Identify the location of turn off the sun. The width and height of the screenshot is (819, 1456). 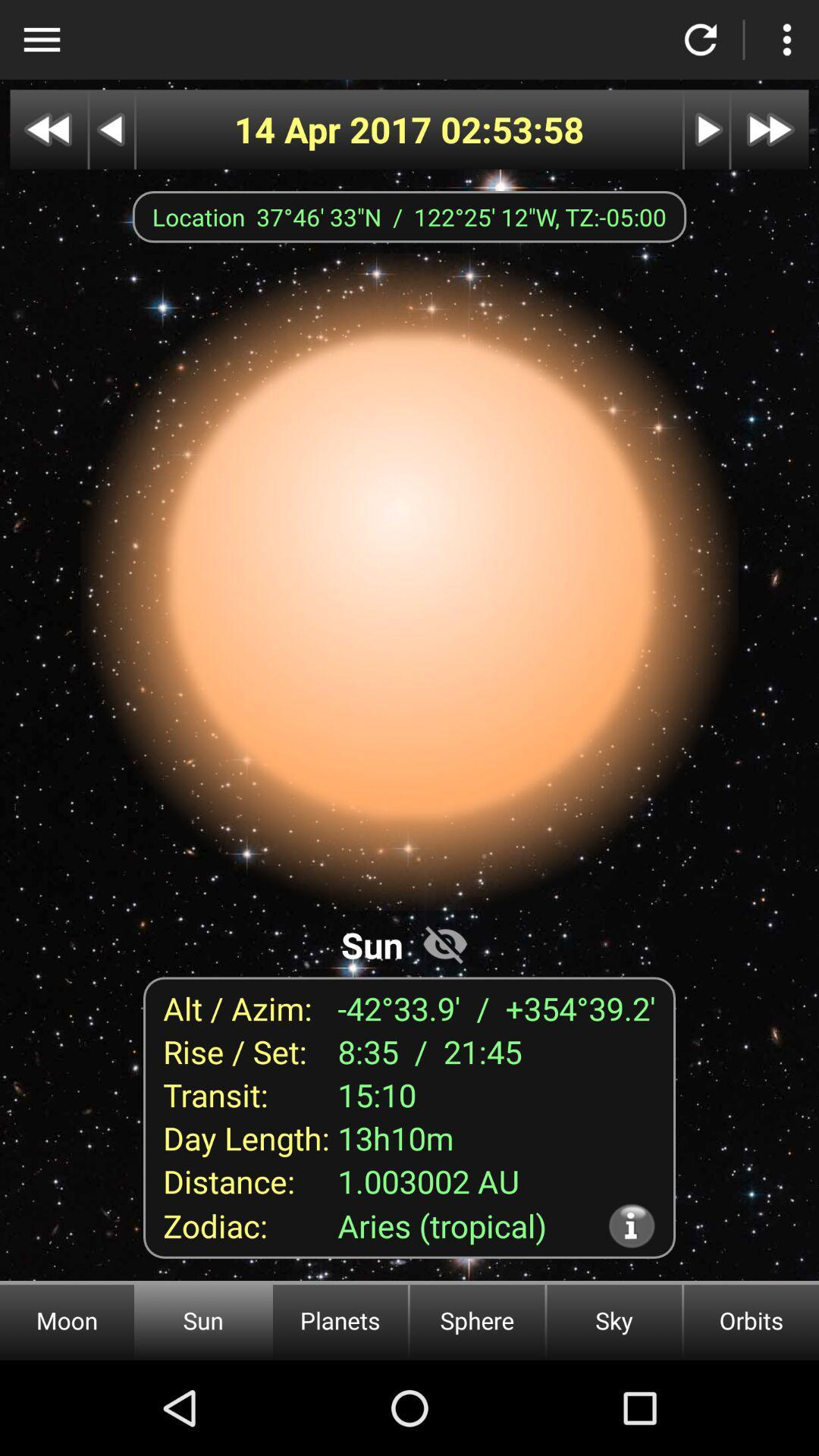
(444, 943).